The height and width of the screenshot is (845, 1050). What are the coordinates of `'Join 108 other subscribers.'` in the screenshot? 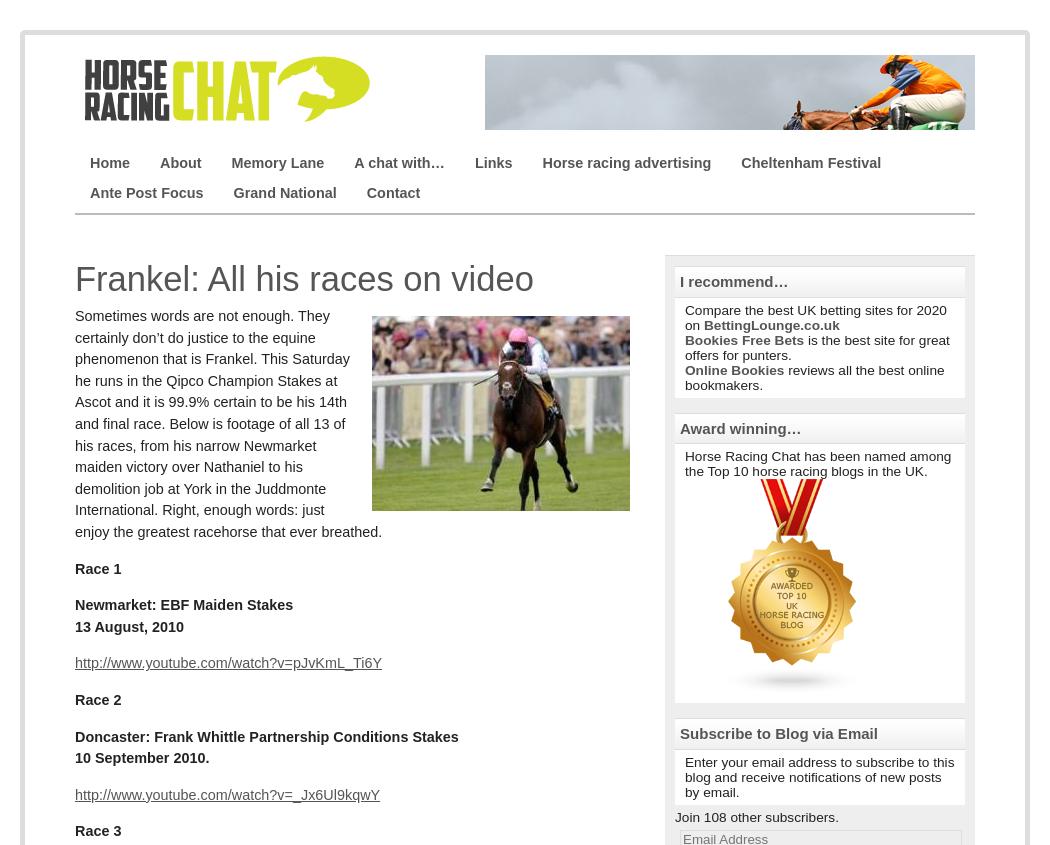 It's located at (756, 816).